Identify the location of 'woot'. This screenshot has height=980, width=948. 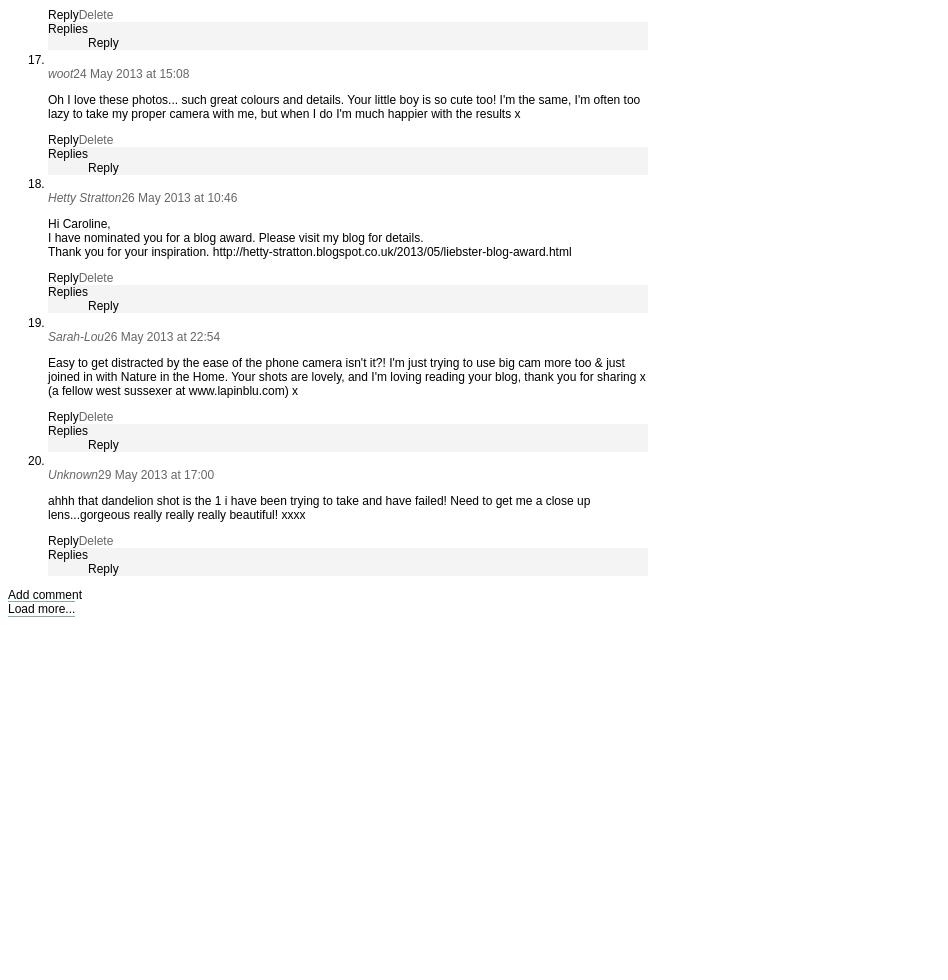
(47, 73).